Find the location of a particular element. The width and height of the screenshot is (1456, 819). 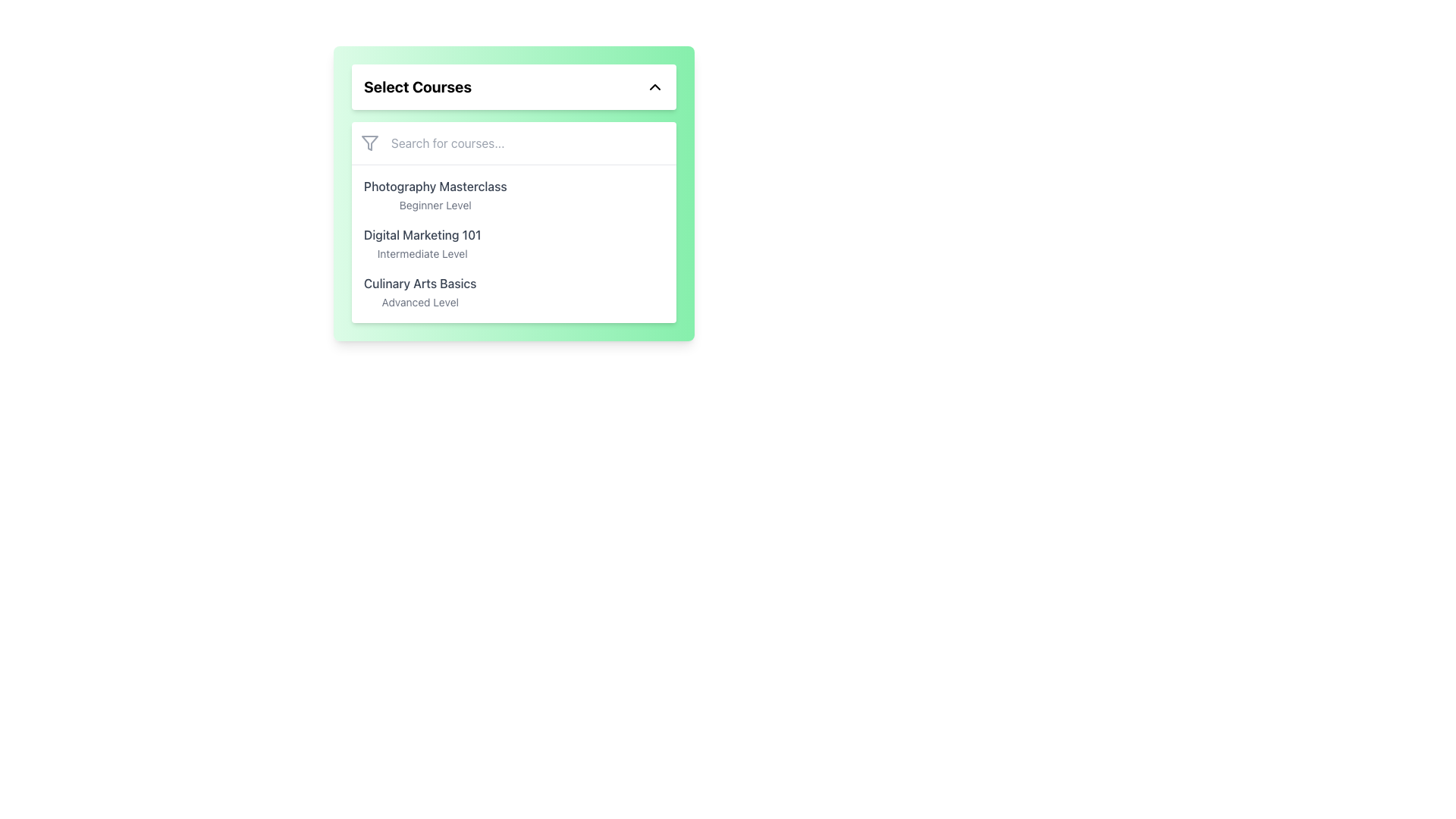

the list item displaying 'Digital Marketing 101' is located at coordinates (513, 243).